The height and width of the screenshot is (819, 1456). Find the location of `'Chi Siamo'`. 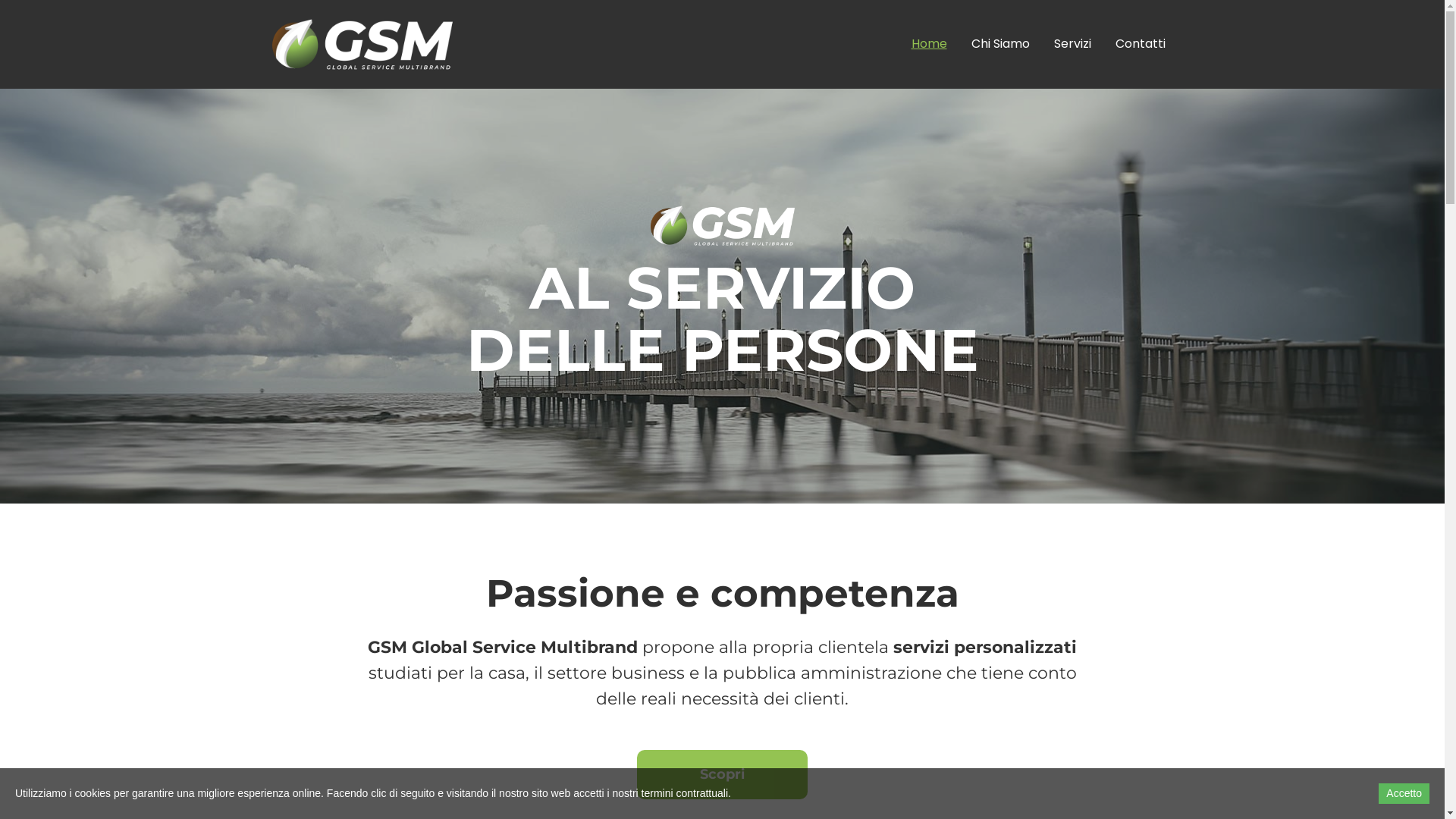

'Chi Siamo' is located at coordinates (999, 42).